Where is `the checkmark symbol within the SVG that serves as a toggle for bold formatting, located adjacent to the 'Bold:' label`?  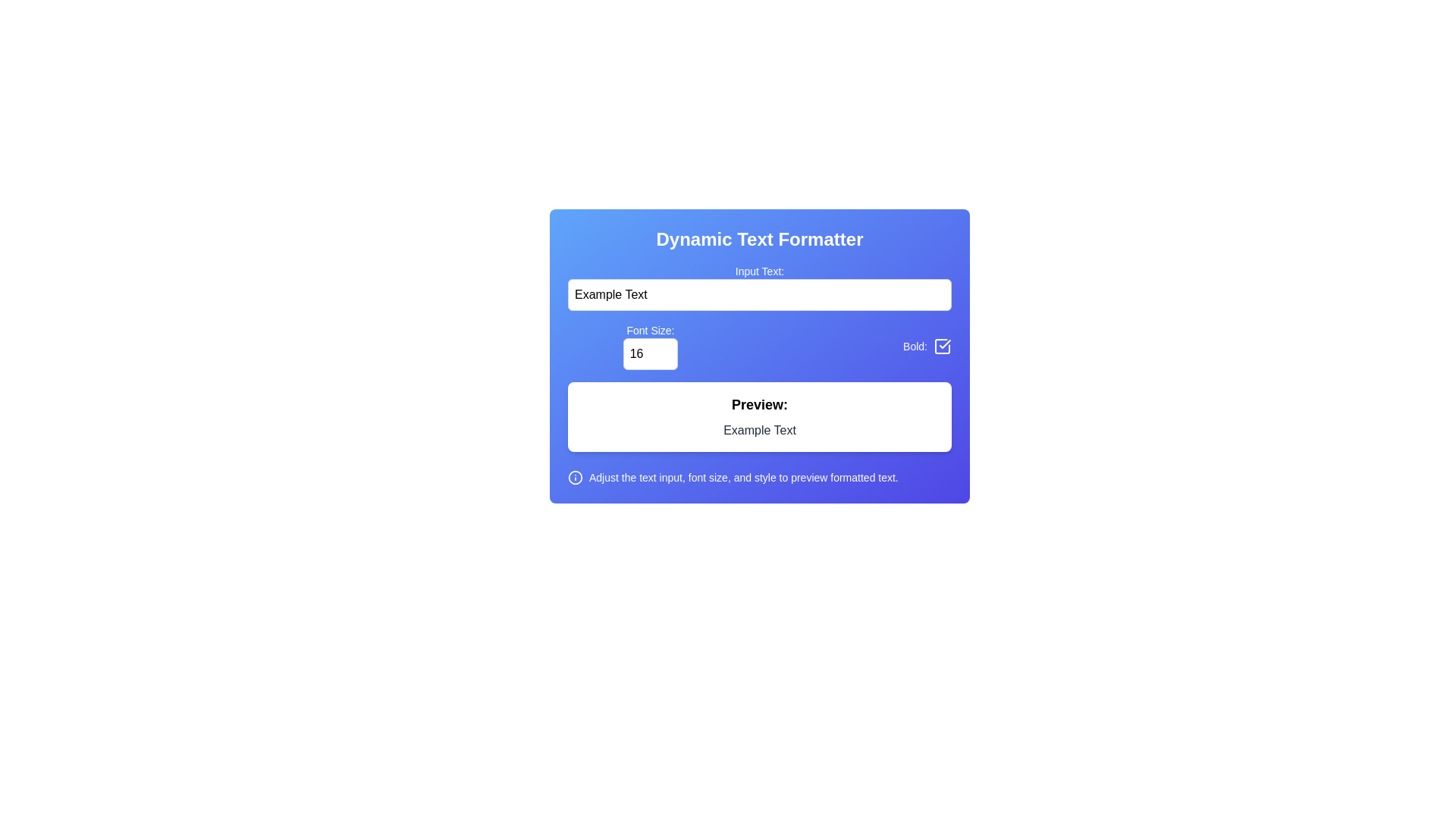
the checkmark symbol within the SVG that serves as a toggle for bold formatting, located adjacent to the 'Bold:' label is located at coordinates (944, 344).